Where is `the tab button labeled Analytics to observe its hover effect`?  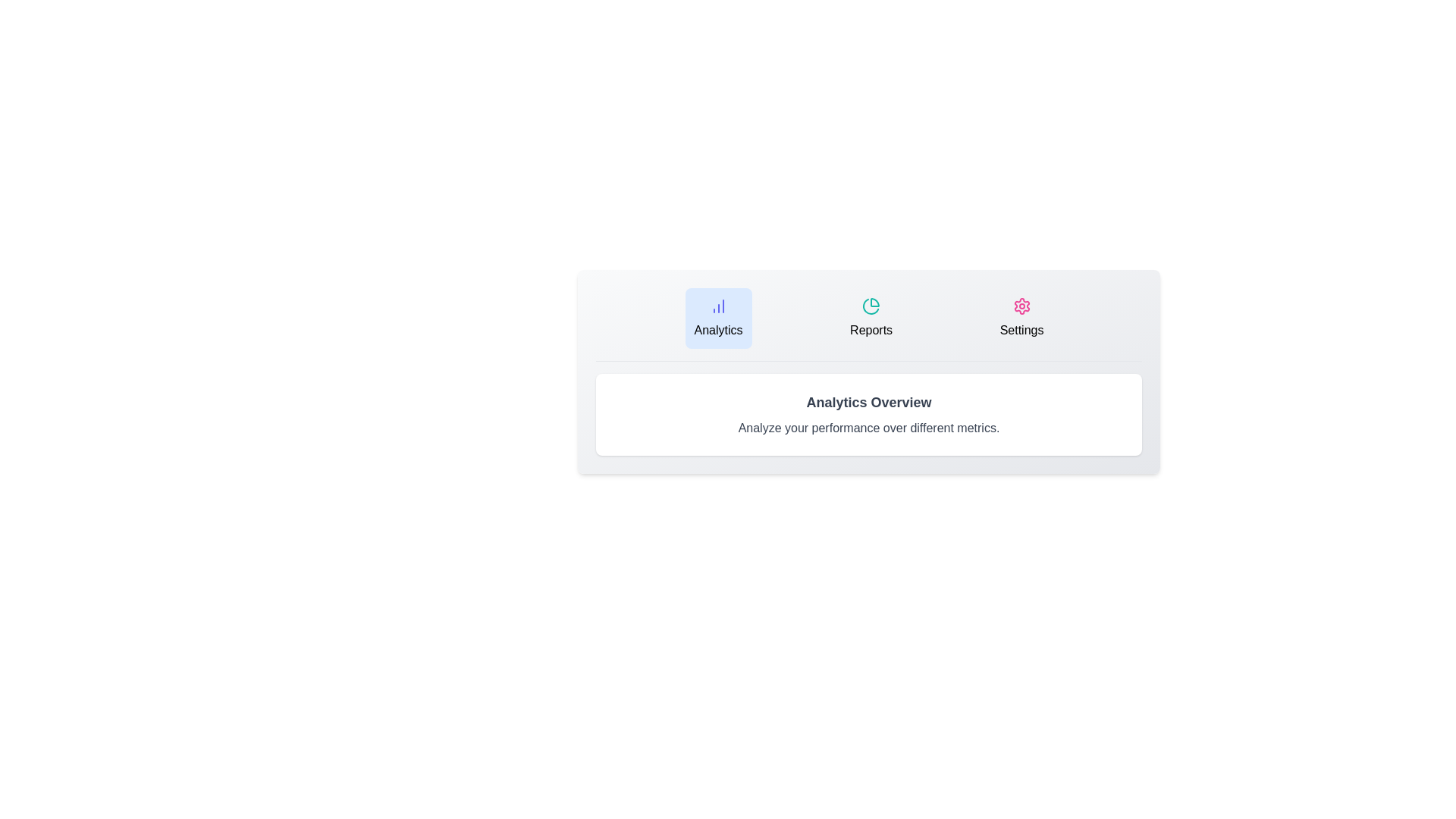
the tab button labeled Analytics to observe its hover effect is located at coordinates (717, 318).